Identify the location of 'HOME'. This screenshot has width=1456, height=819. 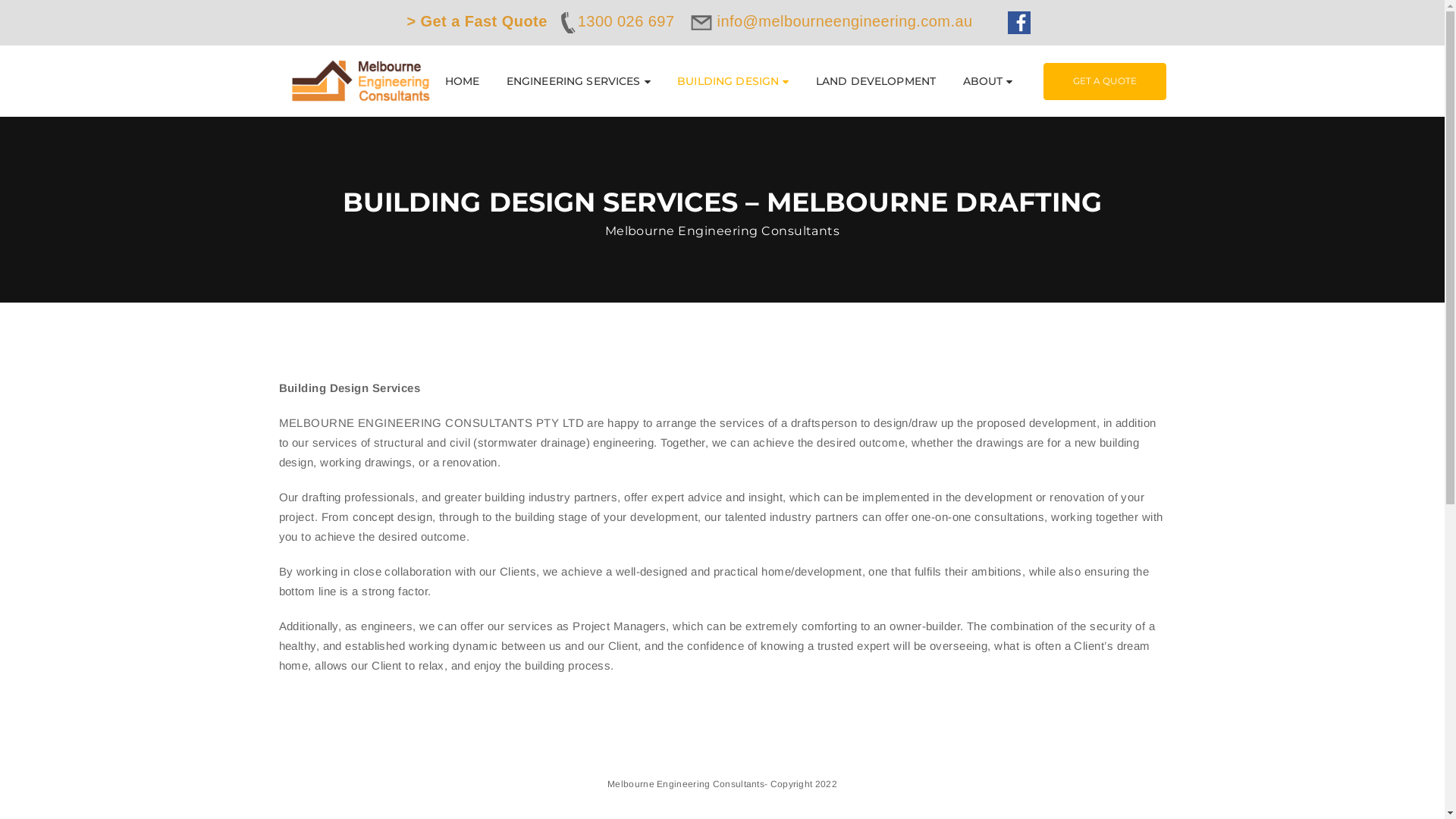
(444, 81).